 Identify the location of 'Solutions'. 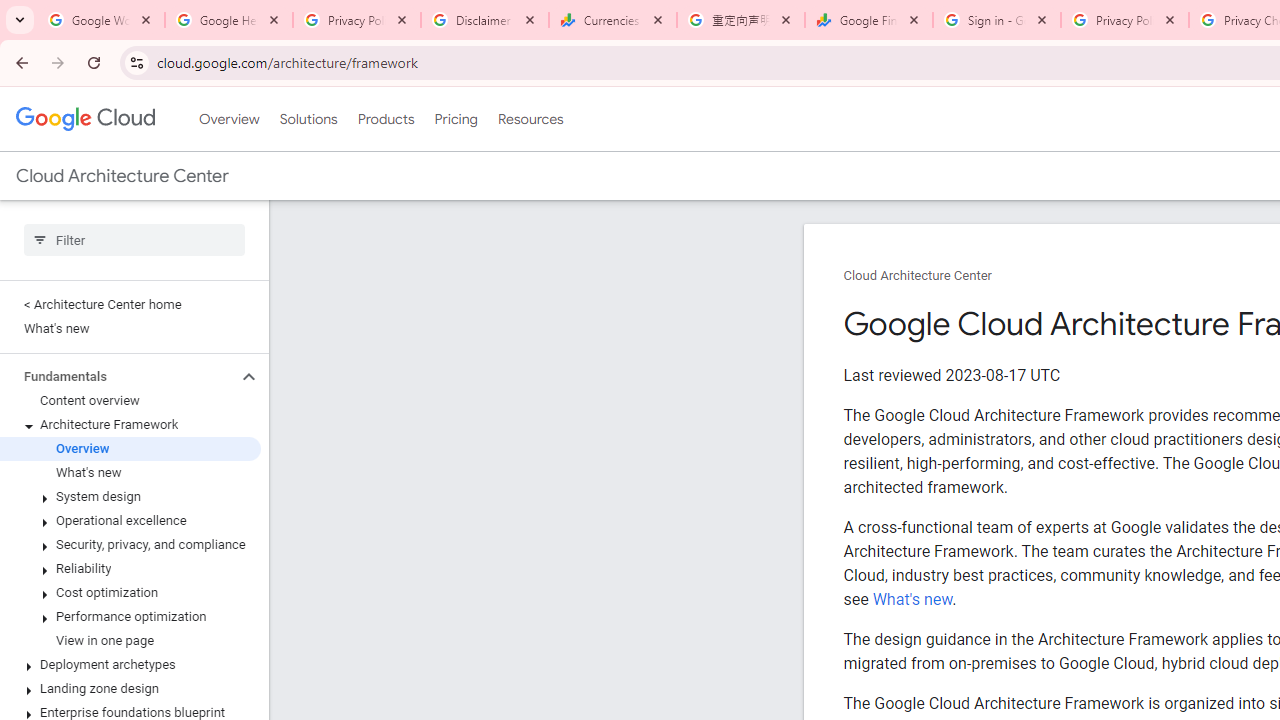
(307, 119).